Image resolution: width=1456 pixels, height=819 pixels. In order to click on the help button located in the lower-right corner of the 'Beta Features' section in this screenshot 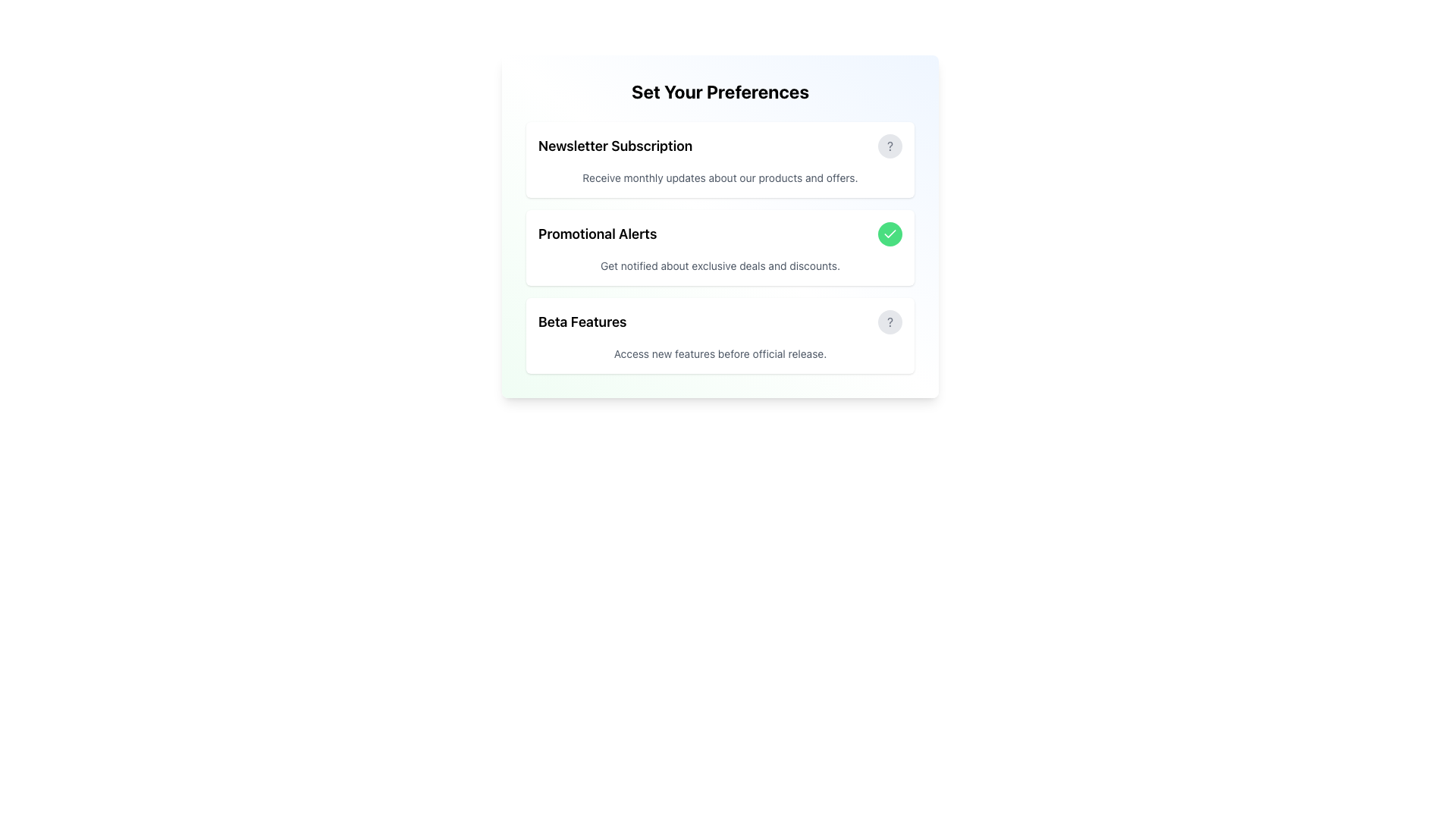, I will do `click(890, 321)`.